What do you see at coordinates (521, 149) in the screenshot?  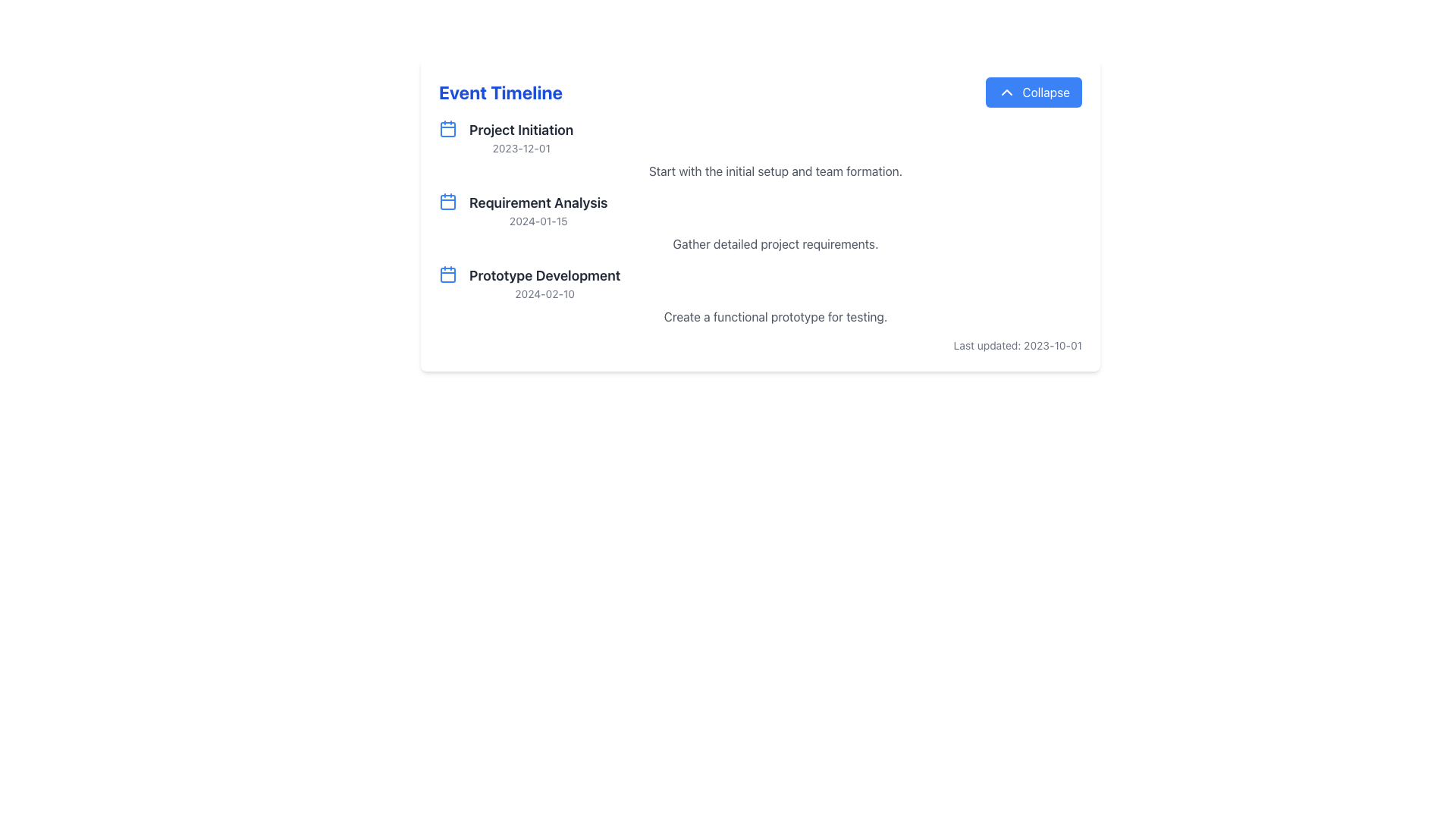 I see `date '2023-12-01' from the text label positioned below 'Project Initiation' in the event timeline list` at bounding box center [521, 149].